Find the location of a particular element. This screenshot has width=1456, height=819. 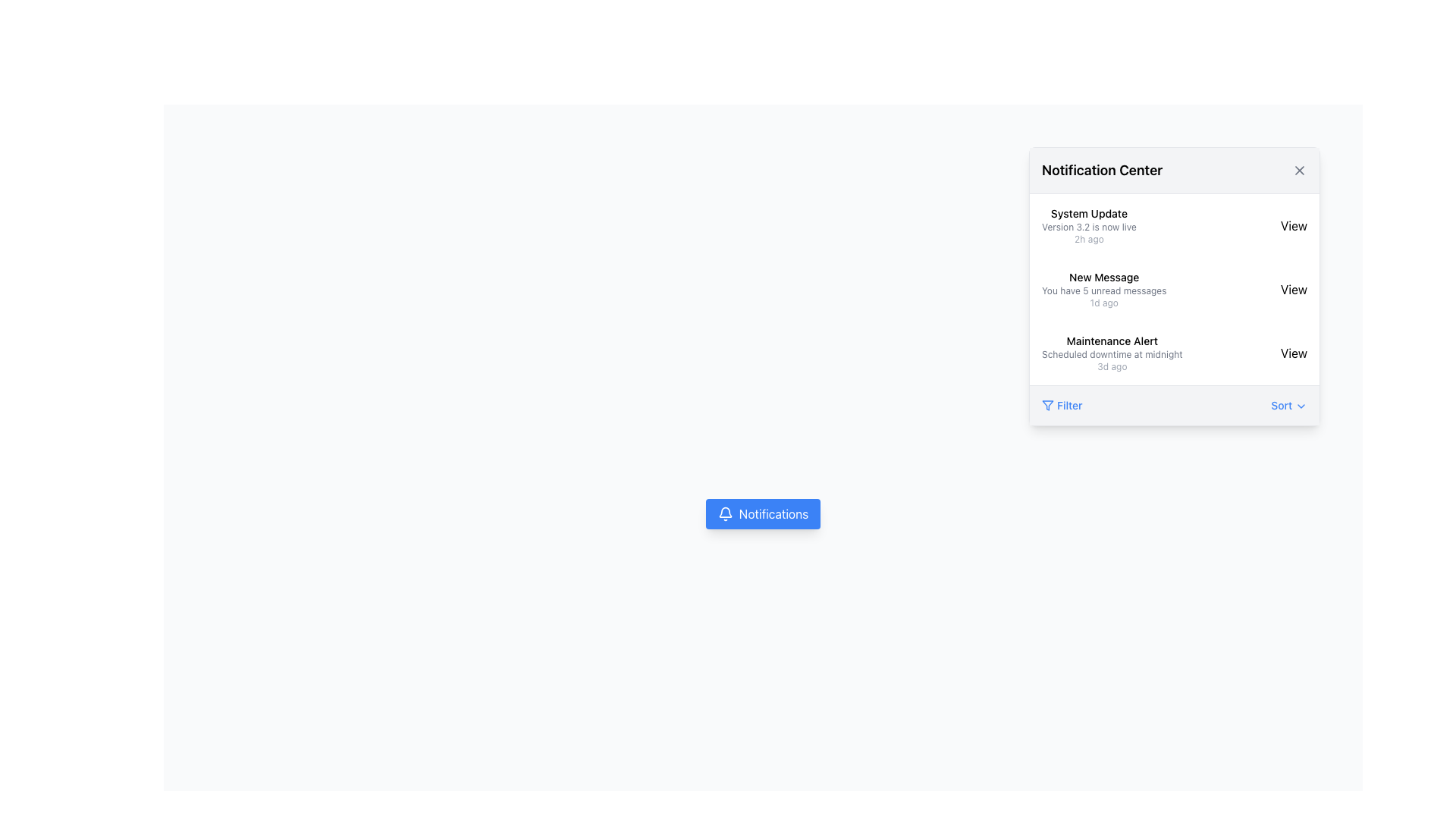

the composite element containing the 'Filter' and 'Sort' buttons at the bottom of the notification panel using keyboard focus is located at coordinates (1174, 403).